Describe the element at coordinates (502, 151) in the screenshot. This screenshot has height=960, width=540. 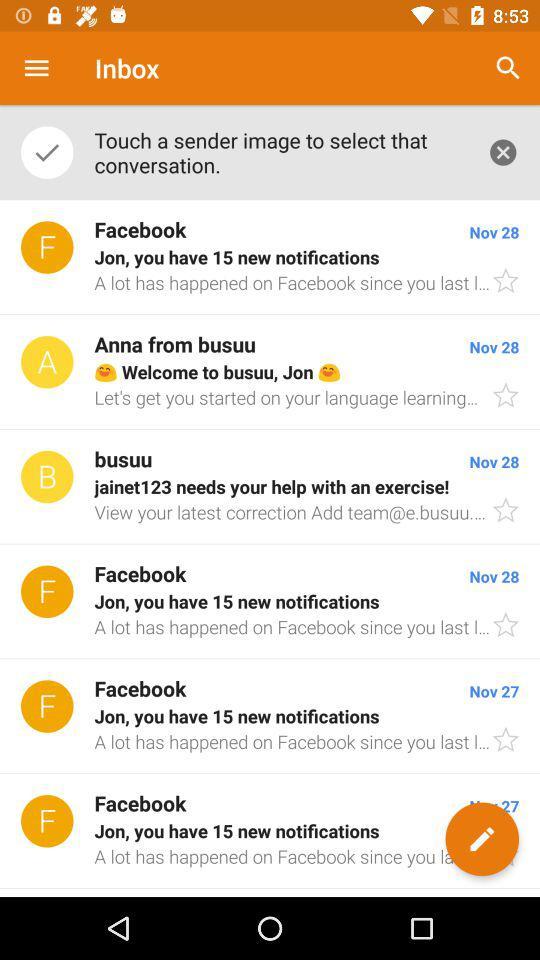
I see `icon to the right of touch a sender icon` at that location.